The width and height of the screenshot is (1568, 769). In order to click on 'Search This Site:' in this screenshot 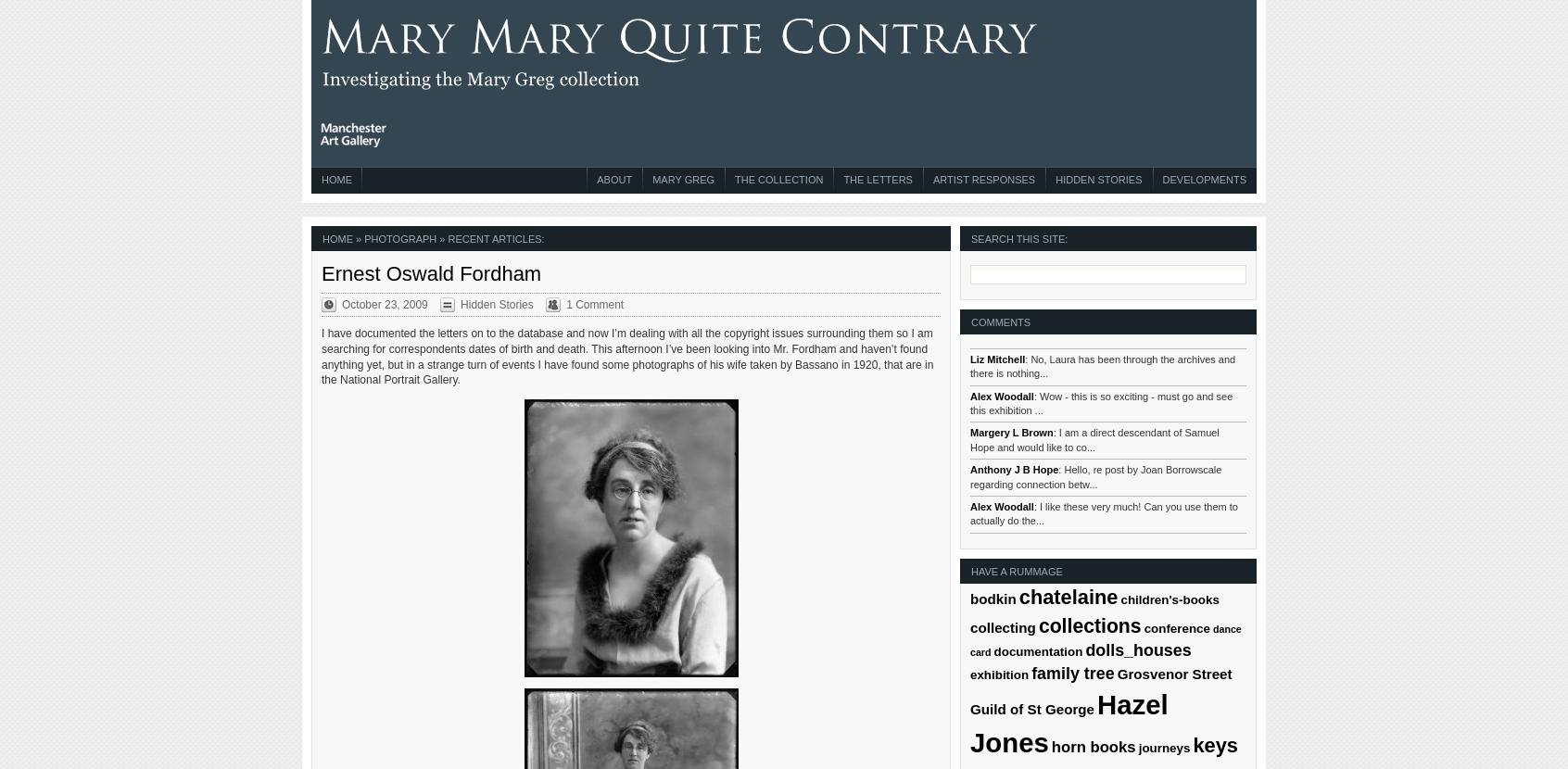, I will do `click(1018, 237)`.